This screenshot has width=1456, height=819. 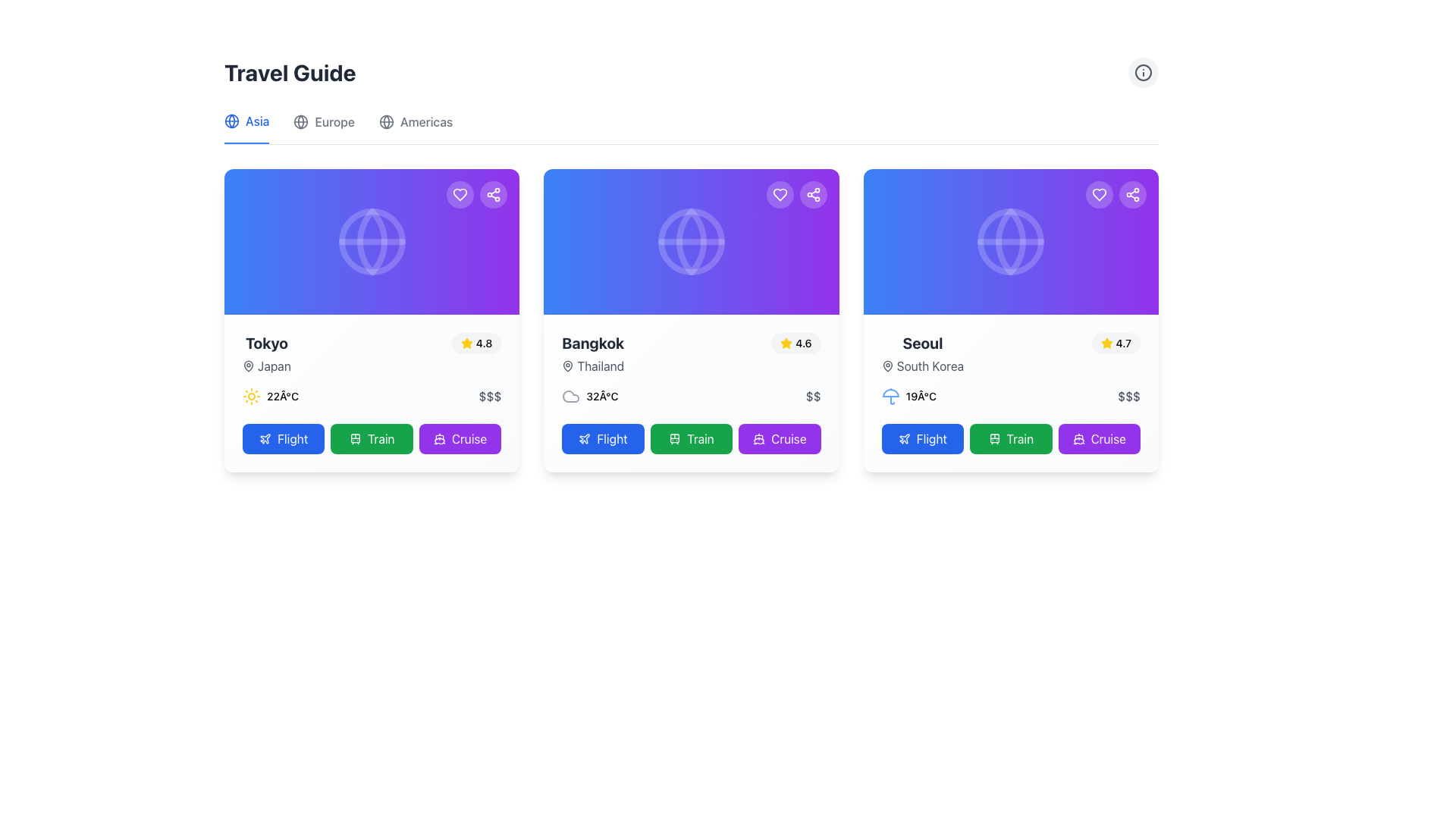 What do you see at coordinates (691, 438) in the screenshot?
I see `the green 'Train' button with rounded corners, labeled in white` at bounding box center [691, 438].